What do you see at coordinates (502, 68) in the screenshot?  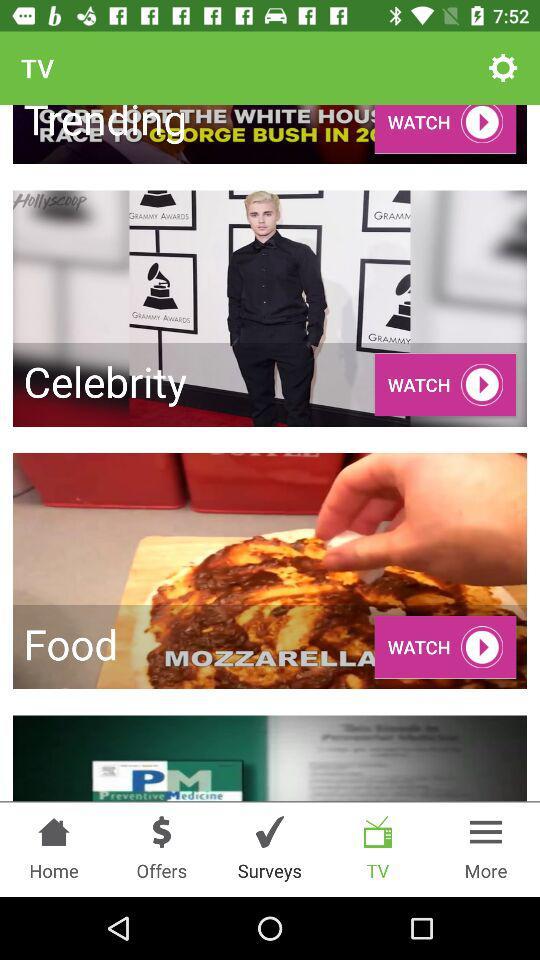 I see `app next to the tv icon` at bounding box center [502, 68].